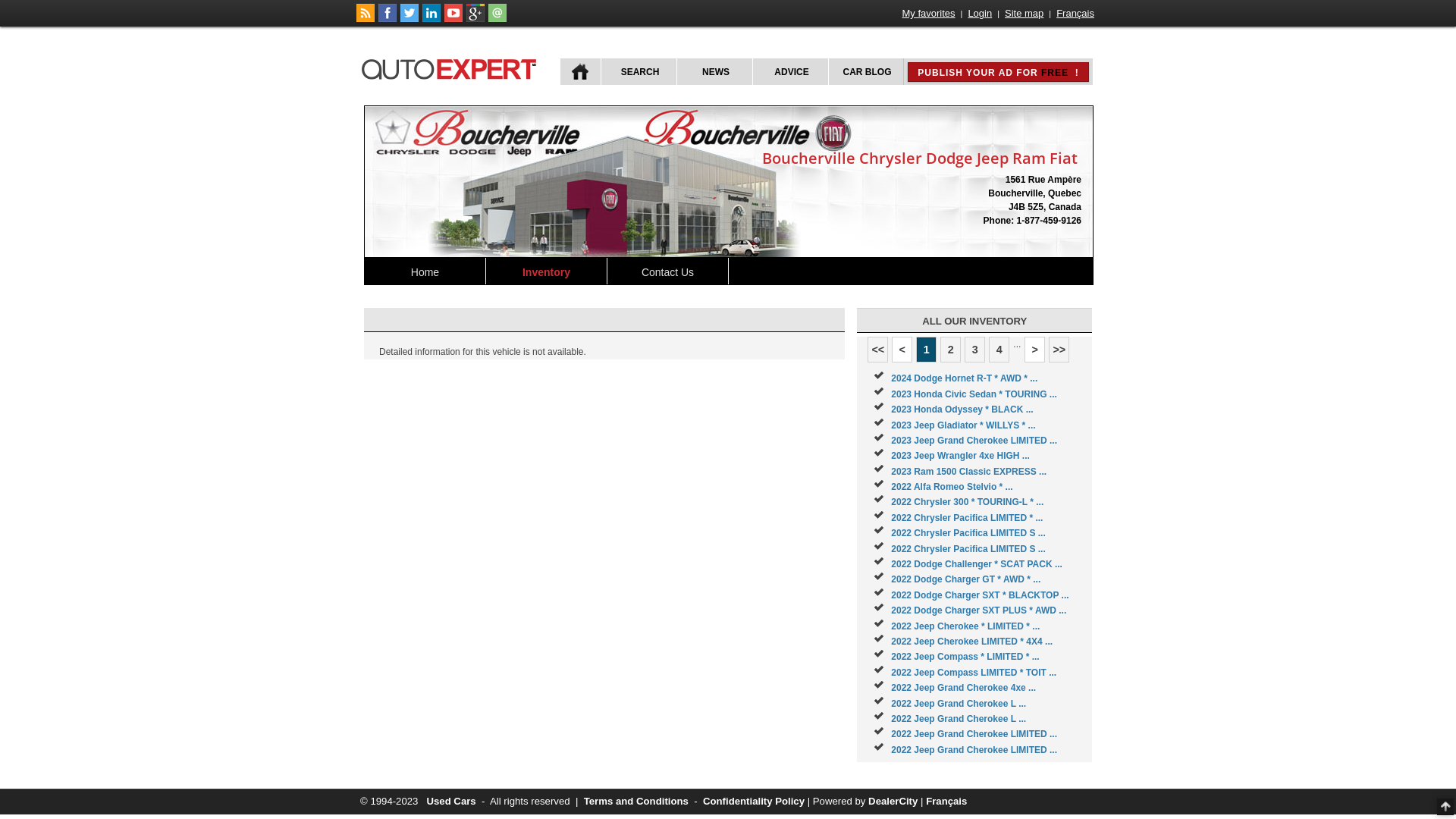 This screenshot has width=1456, height=819. What do you see at coordinates (891, 641) in the screenshot?
I see `'2022 Jeep Cherokee LIMITED * 4X4 ...'` at bounding box center [891, 641].